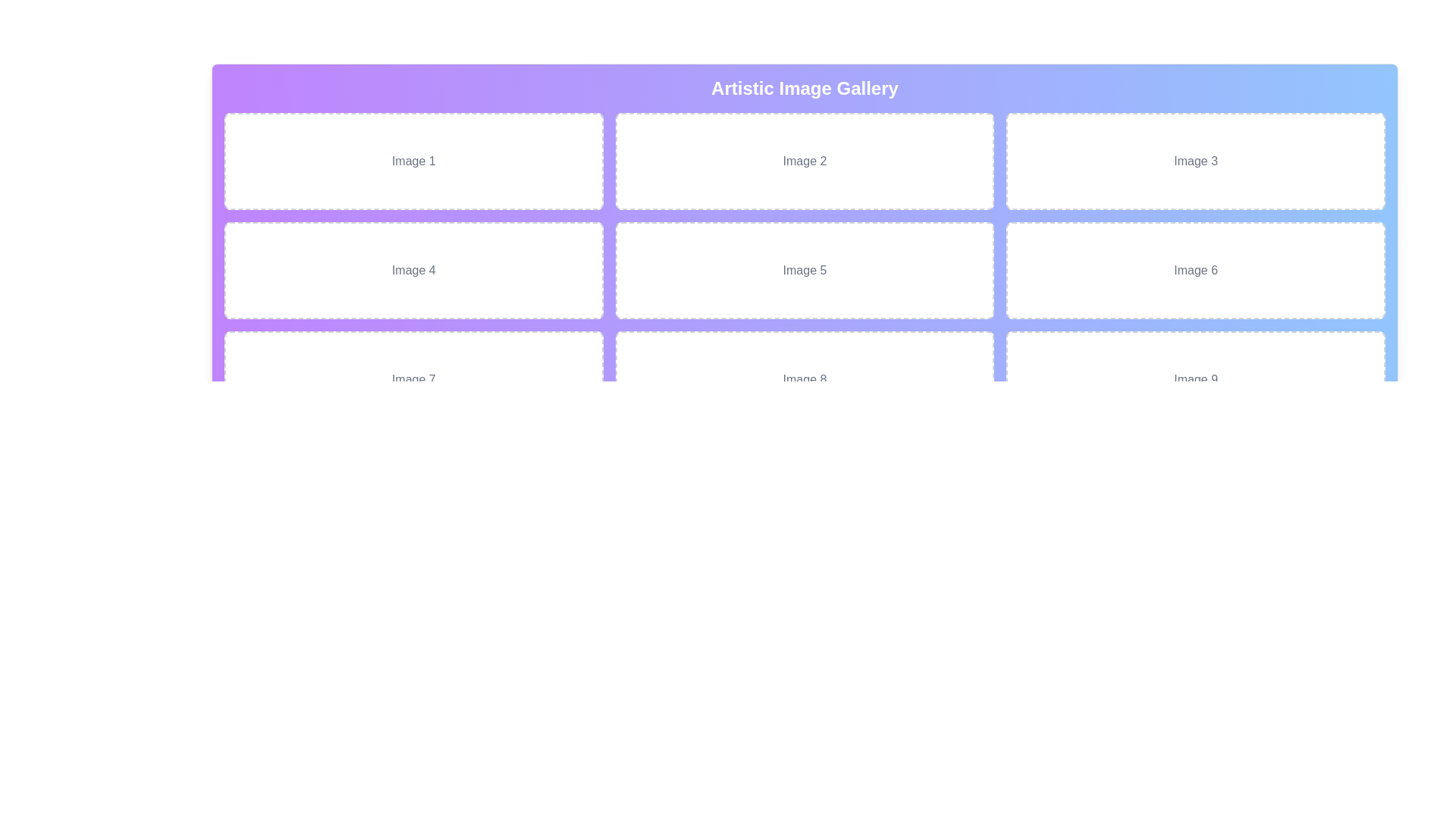 Image resolution: width=1456 pixels, height=819 pixels. Describe the element at coordinates (804, 88) in the screenshot. I see `the static title text at the top center of the gallery section, which indicates the content of the section` at that location.